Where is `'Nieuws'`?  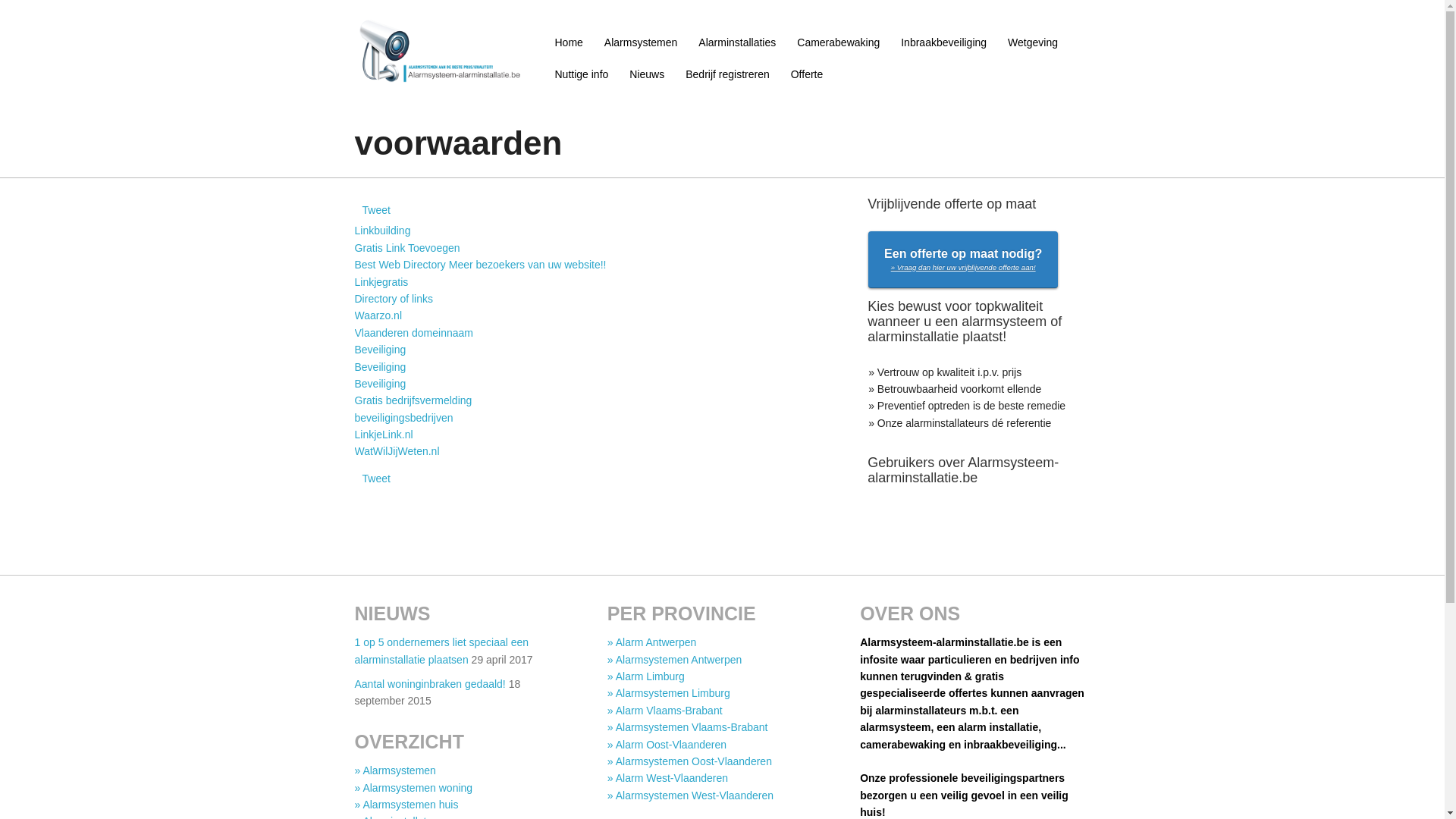
'Nieuws' is located at coordinates (619, 74).